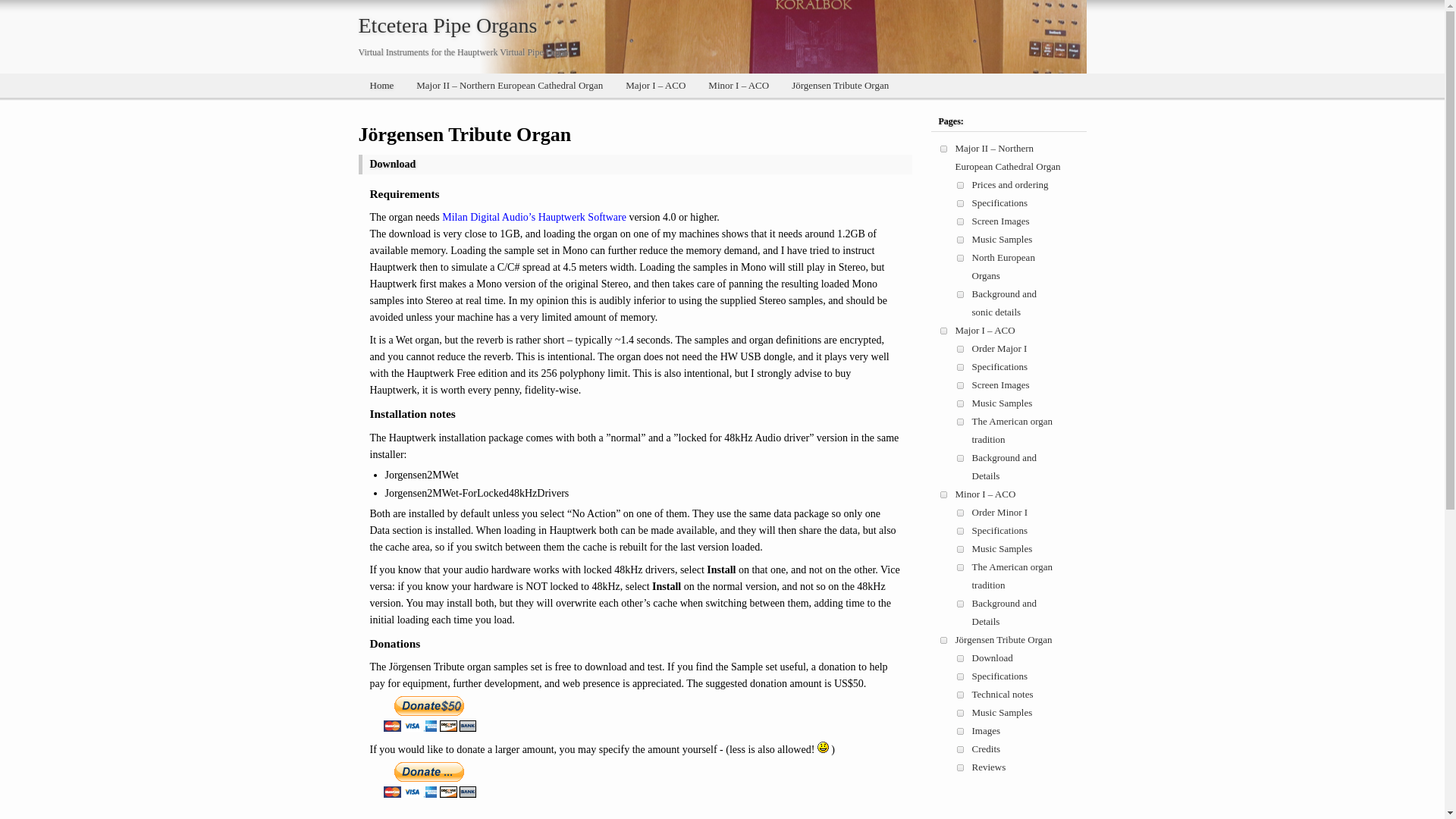  Describe the element at coordinates (1002, 712) in the screenshot. I see `'Music Samples'` at that location.